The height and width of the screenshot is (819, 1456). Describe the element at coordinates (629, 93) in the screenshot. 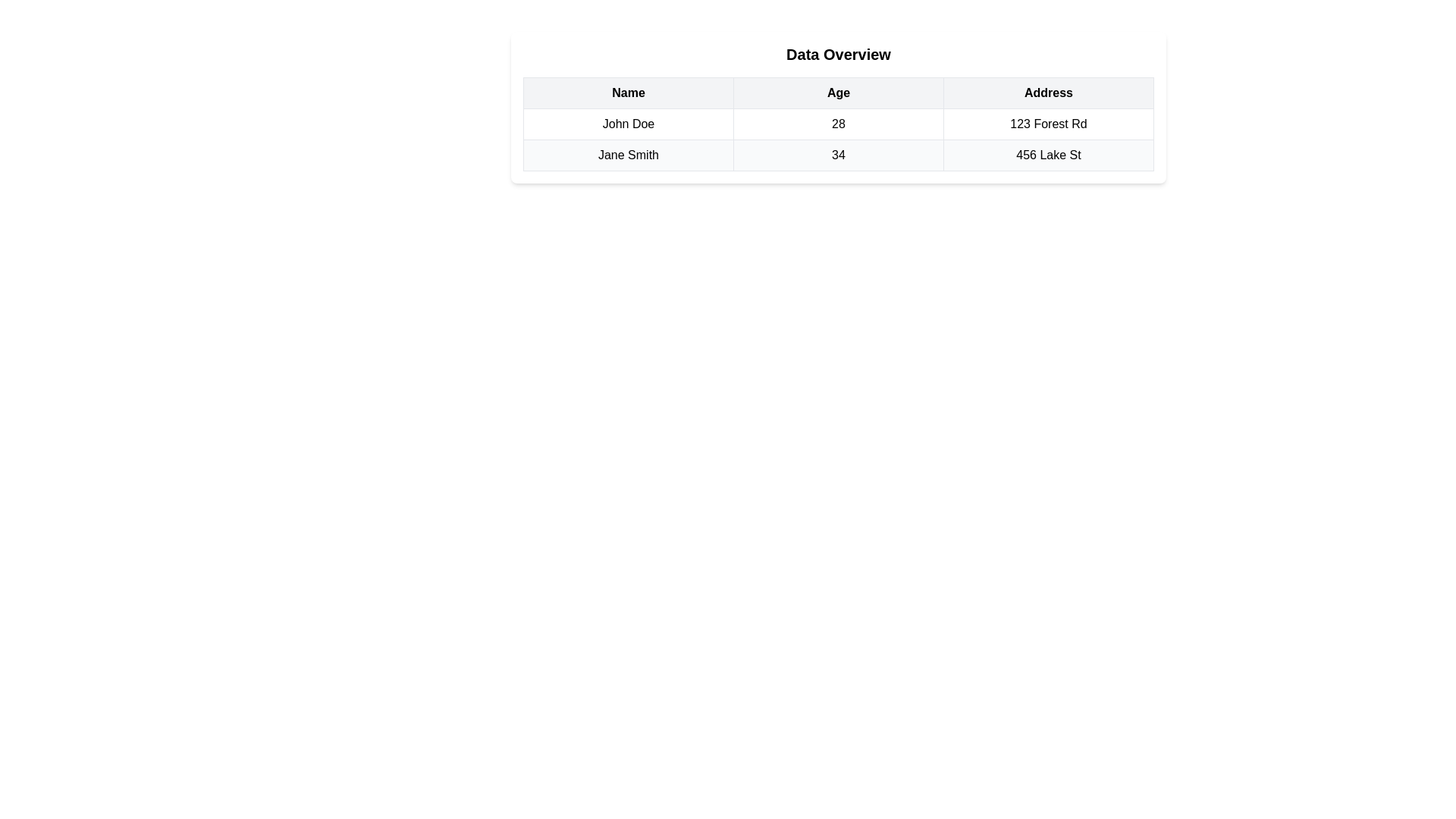

I see `text content of the Table Header Cell labeled 'Name' which is the first cell in the table row under the 'Data Overview' header` at that location.